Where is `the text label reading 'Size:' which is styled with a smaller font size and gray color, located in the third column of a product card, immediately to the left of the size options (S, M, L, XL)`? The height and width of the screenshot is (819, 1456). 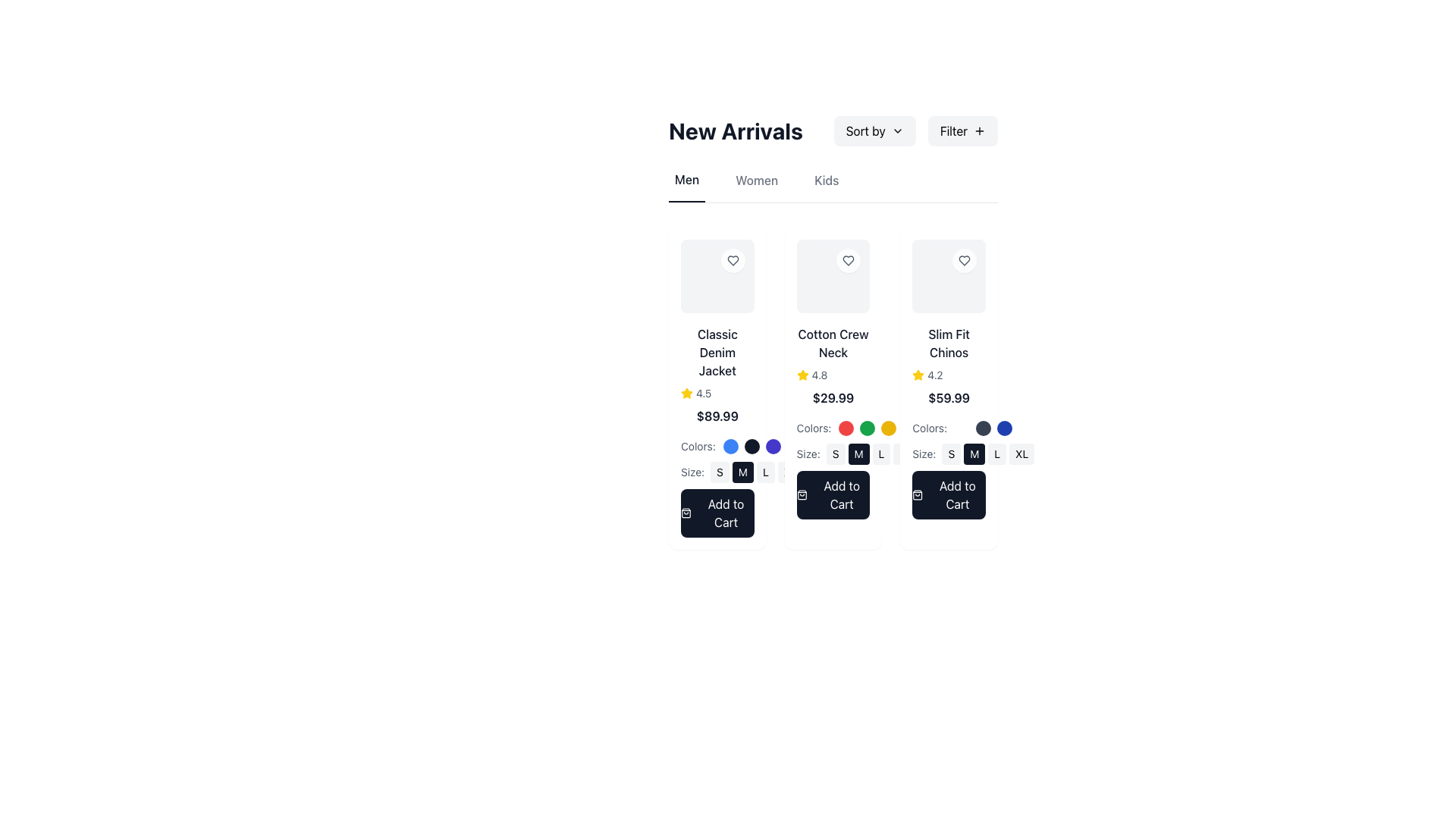 the text label reading 'Size:' which is styled with a smaller font size and gray color, located in the third column of a product card, immediately to the left of the size options (S, M, L, XL) is located at coordinates (923, 453).